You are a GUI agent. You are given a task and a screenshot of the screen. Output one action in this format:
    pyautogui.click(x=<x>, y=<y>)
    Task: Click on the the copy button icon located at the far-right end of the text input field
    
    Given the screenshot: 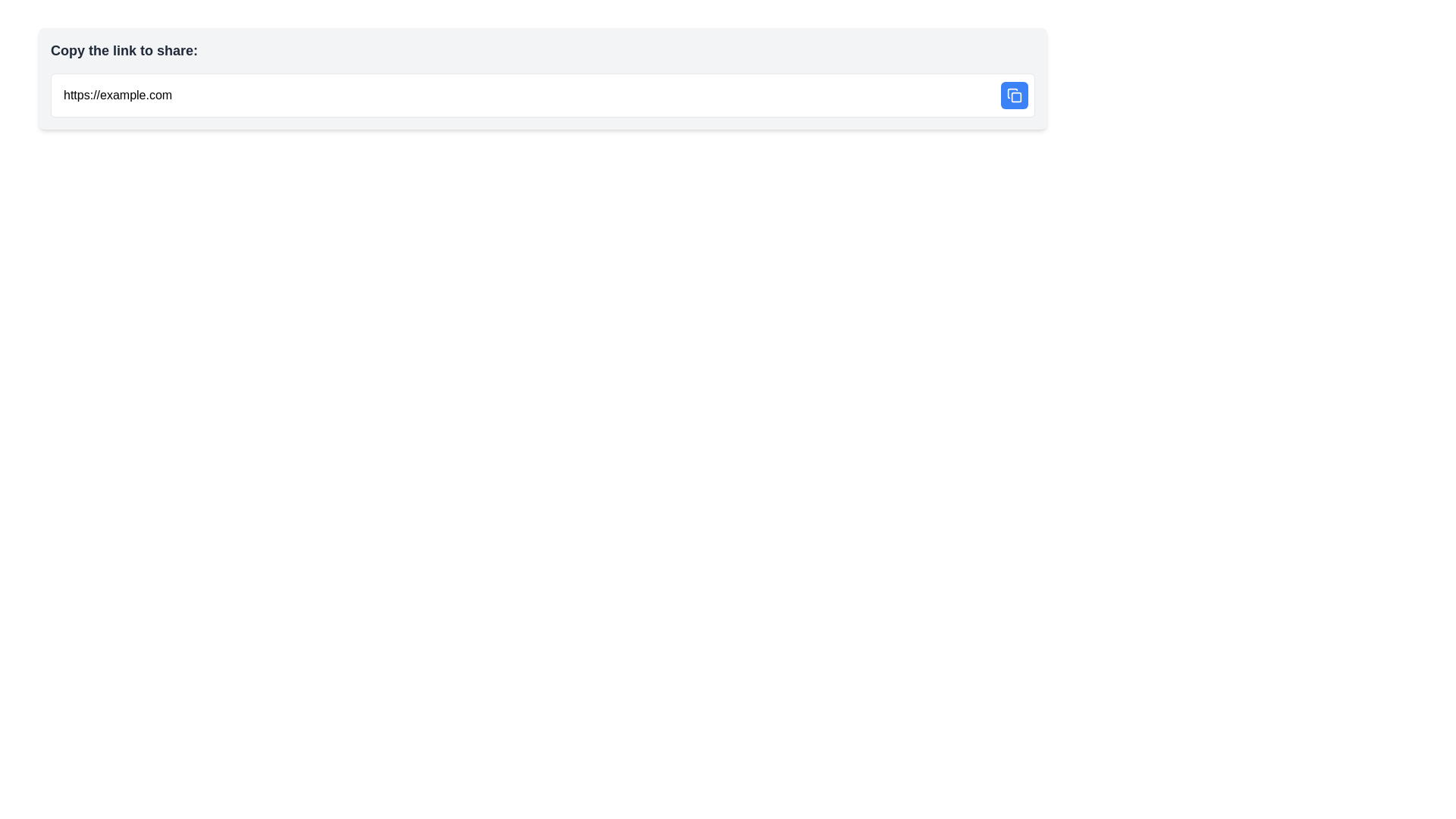 What is the action you would take?
    pyautogui.click(x=1015, y=96)
    